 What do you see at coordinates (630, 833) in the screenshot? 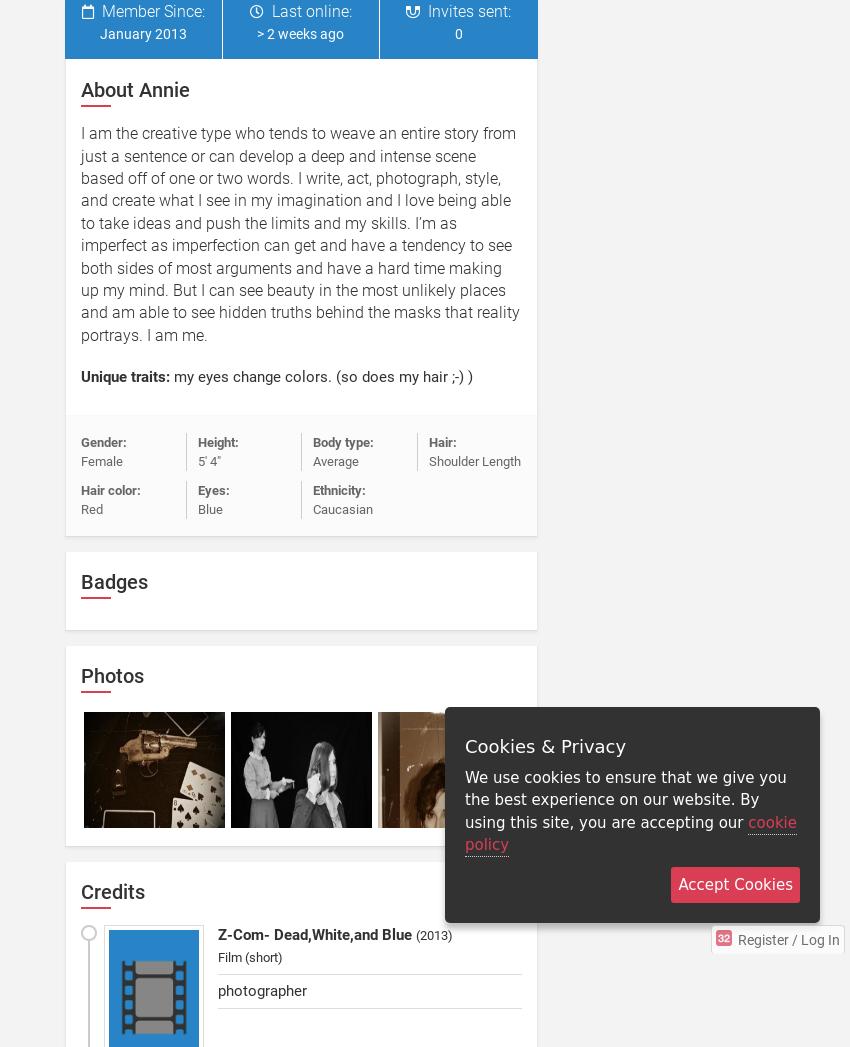
I see `'cookie policy'` at bounding box center [630, 833].